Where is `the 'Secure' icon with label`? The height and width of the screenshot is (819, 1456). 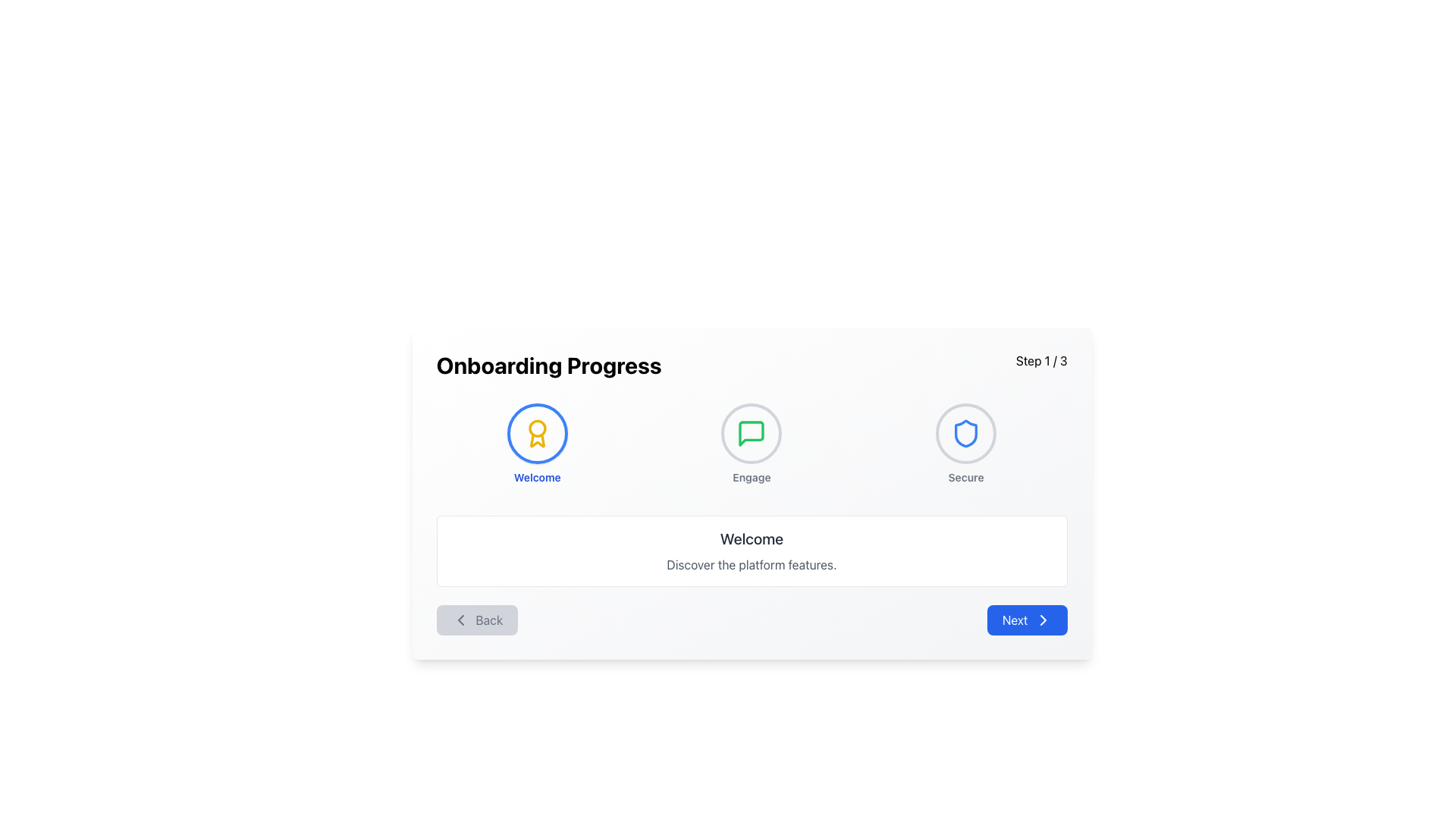 the 'Secure' icon with label is located at coordinates (965, 444).